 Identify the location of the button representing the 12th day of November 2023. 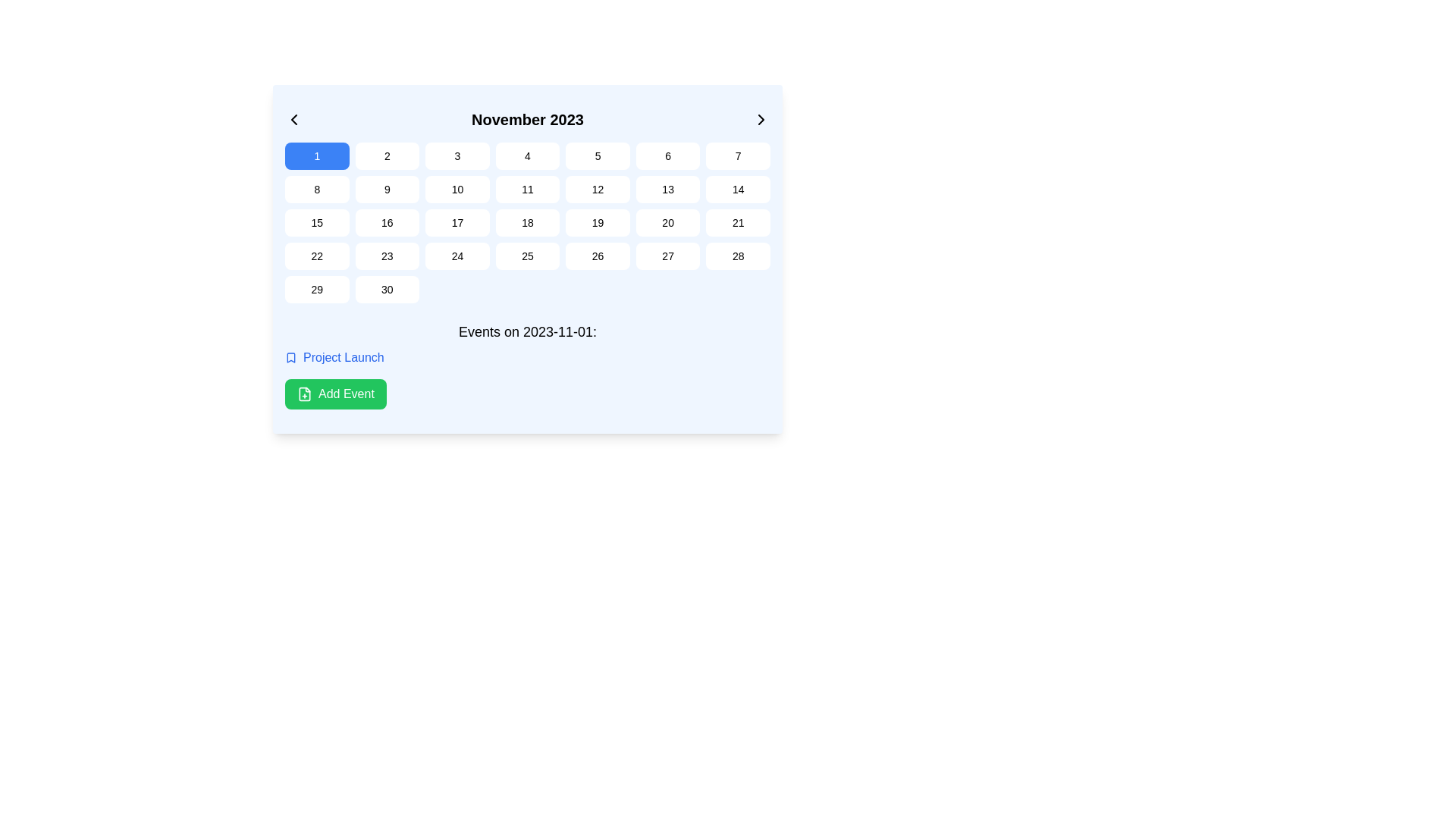
(597, 189).